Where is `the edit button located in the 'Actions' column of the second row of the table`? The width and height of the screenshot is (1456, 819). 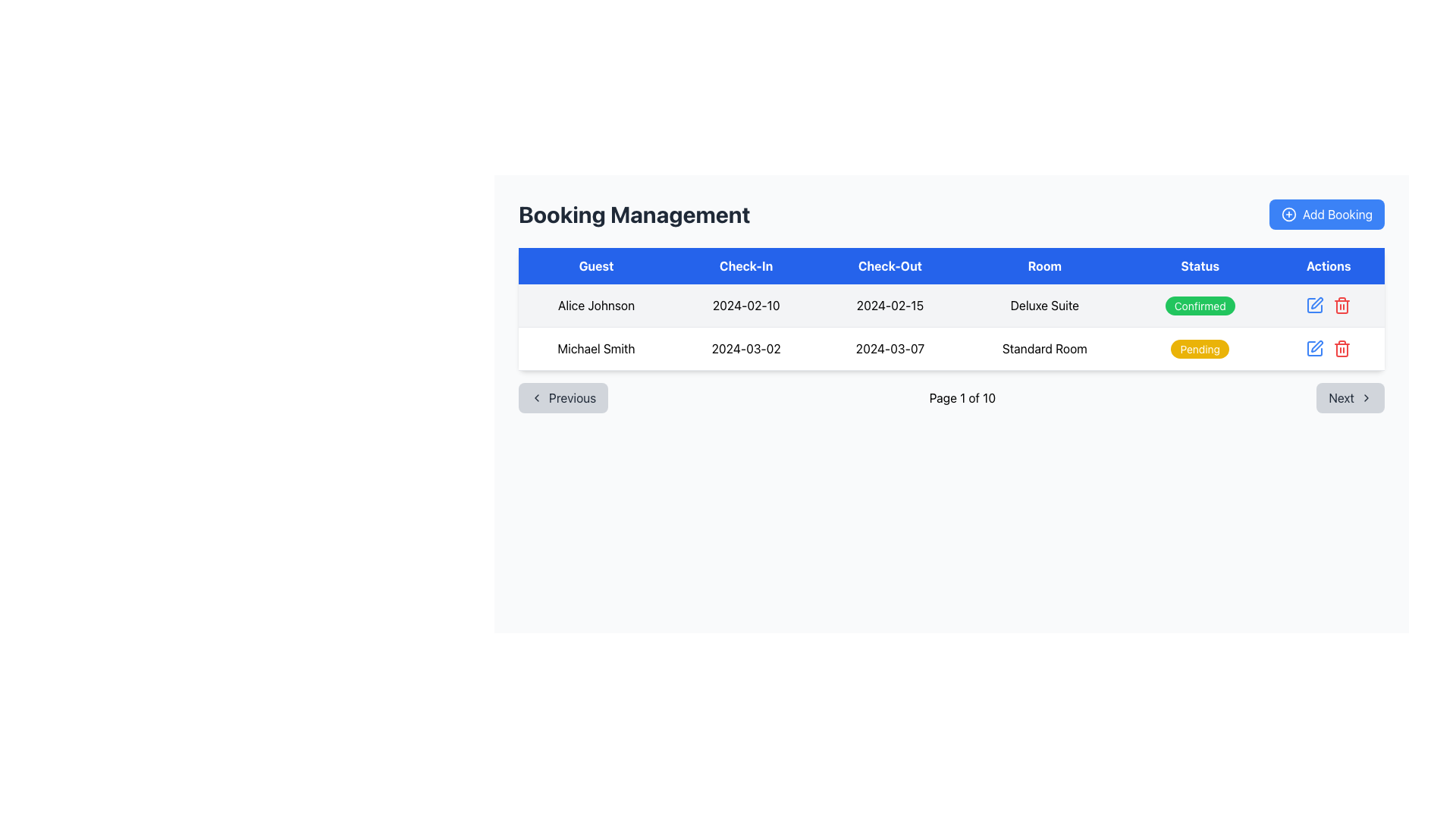 the edit button located in the 'Actions' column of the second row of the table is located at coordinates (1314, 348).